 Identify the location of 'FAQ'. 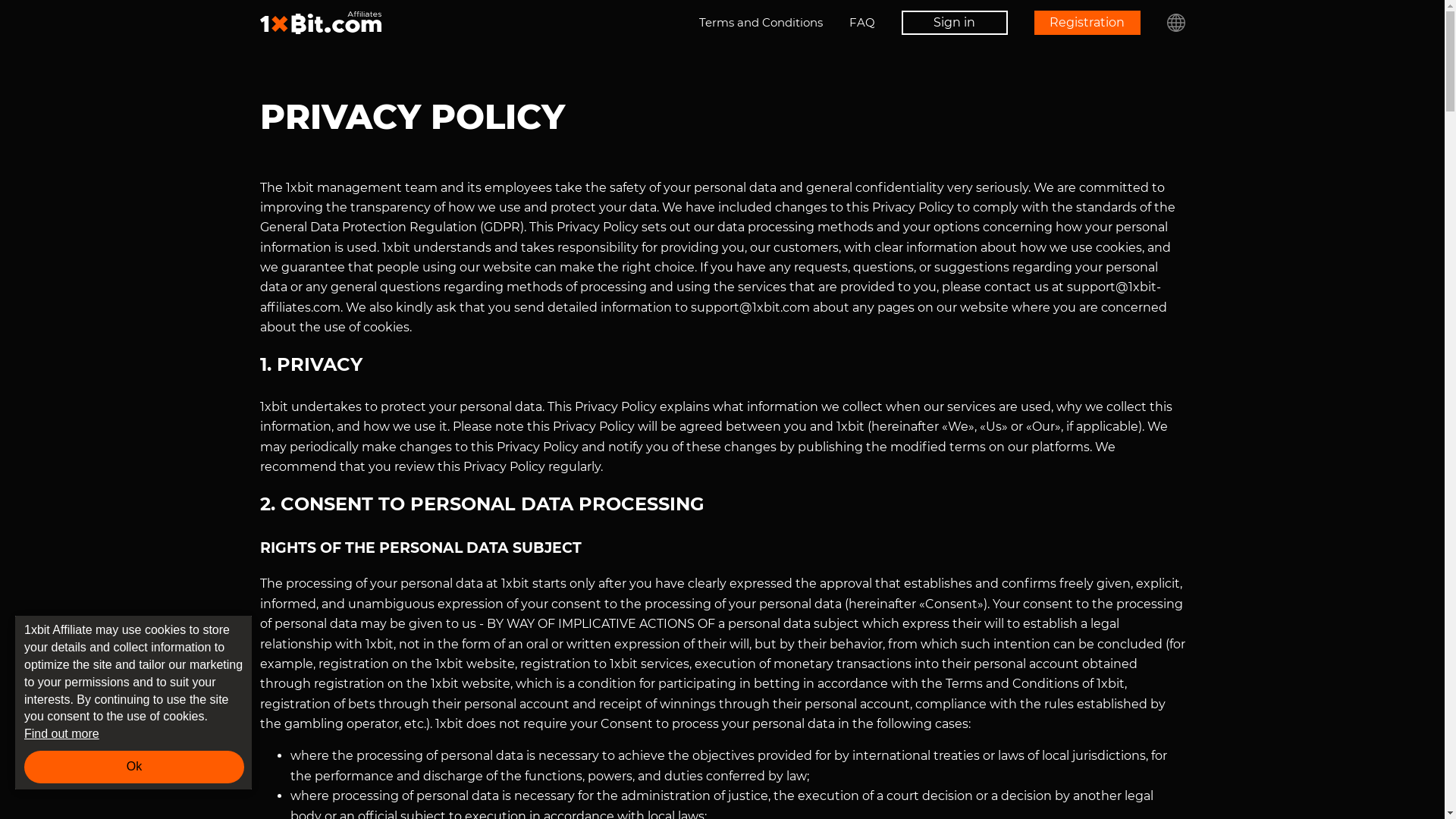
(862, 23).